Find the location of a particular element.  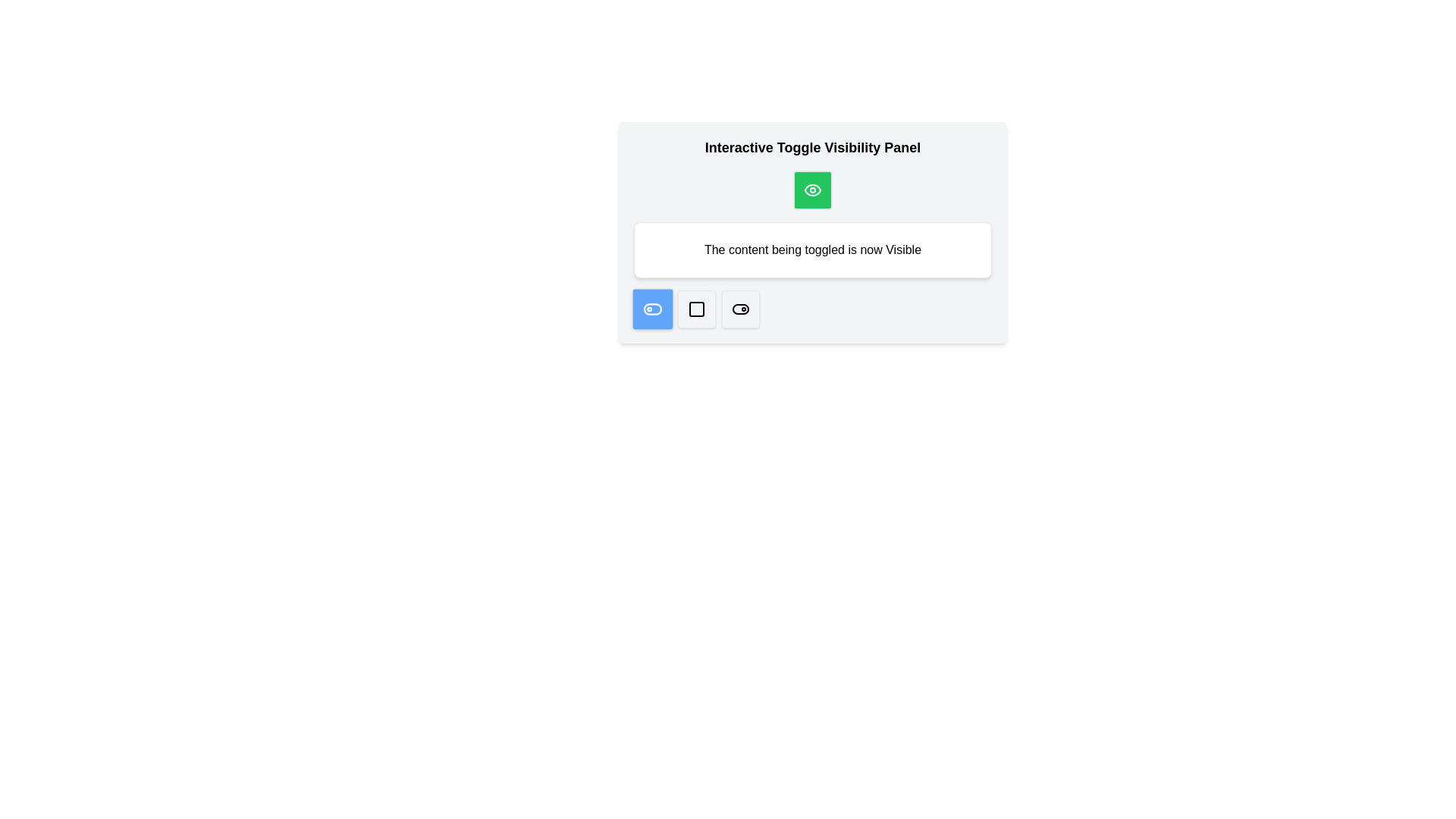

the toggle switch background element, which is a rounded rectangle with a white border and a black background, located on the right side of the toggle switch interface is located at coordinates (741, 309).